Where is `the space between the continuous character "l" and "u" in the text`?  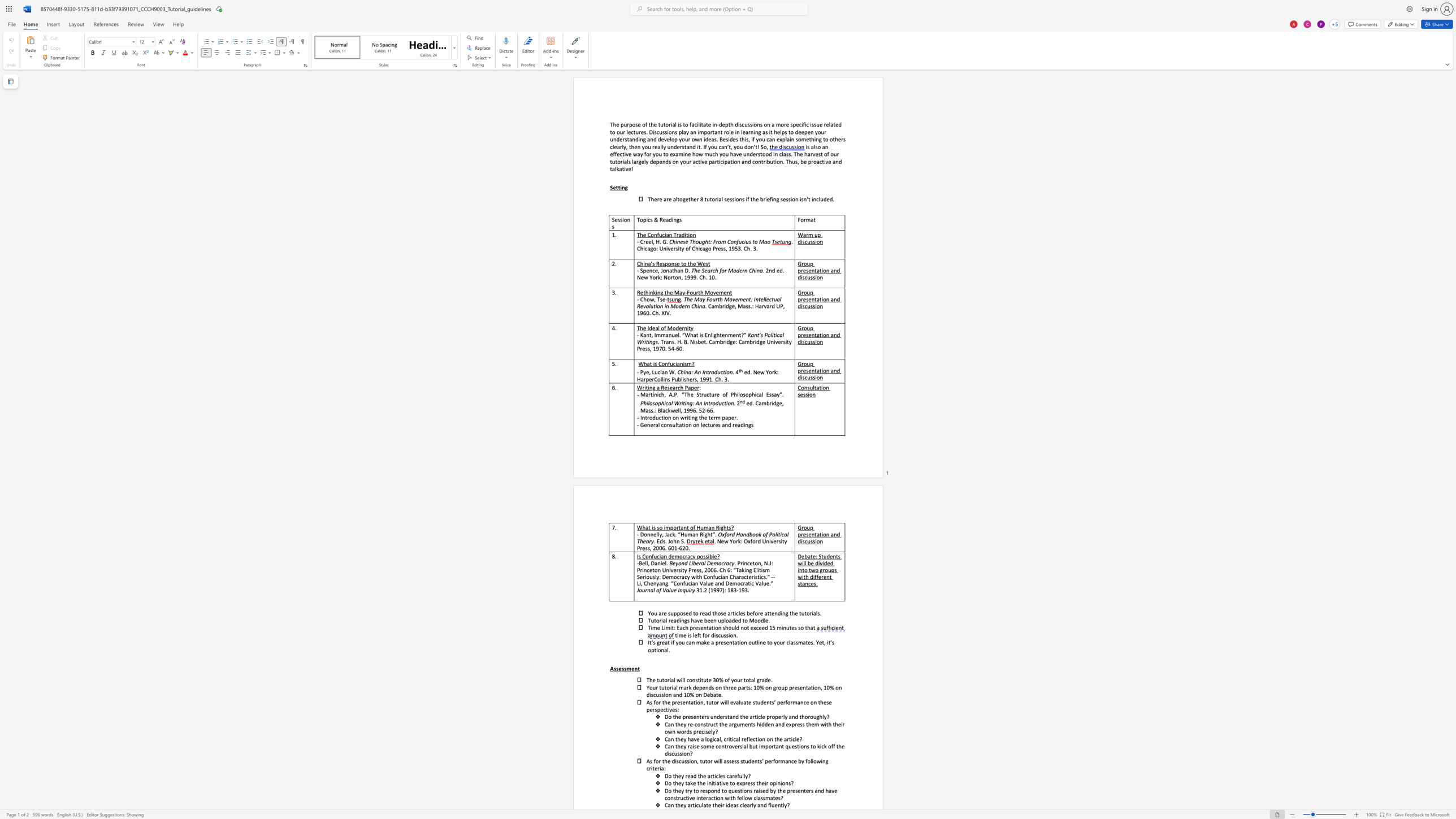
the space between the continuous character "l" and "u" in the text is located at coordinates (820, 199).